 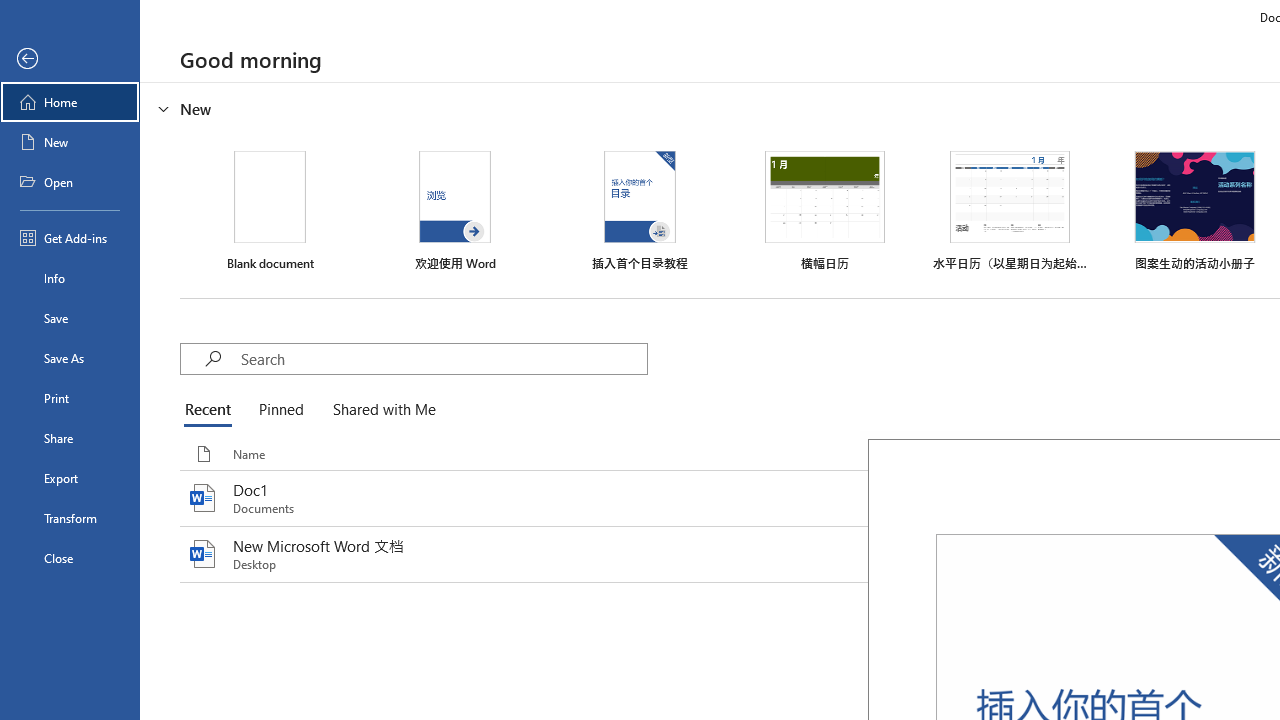 What do you see at coordinates (69, 277) in the screenshot?
I see `'Info'` at bounding box center [69, 277].